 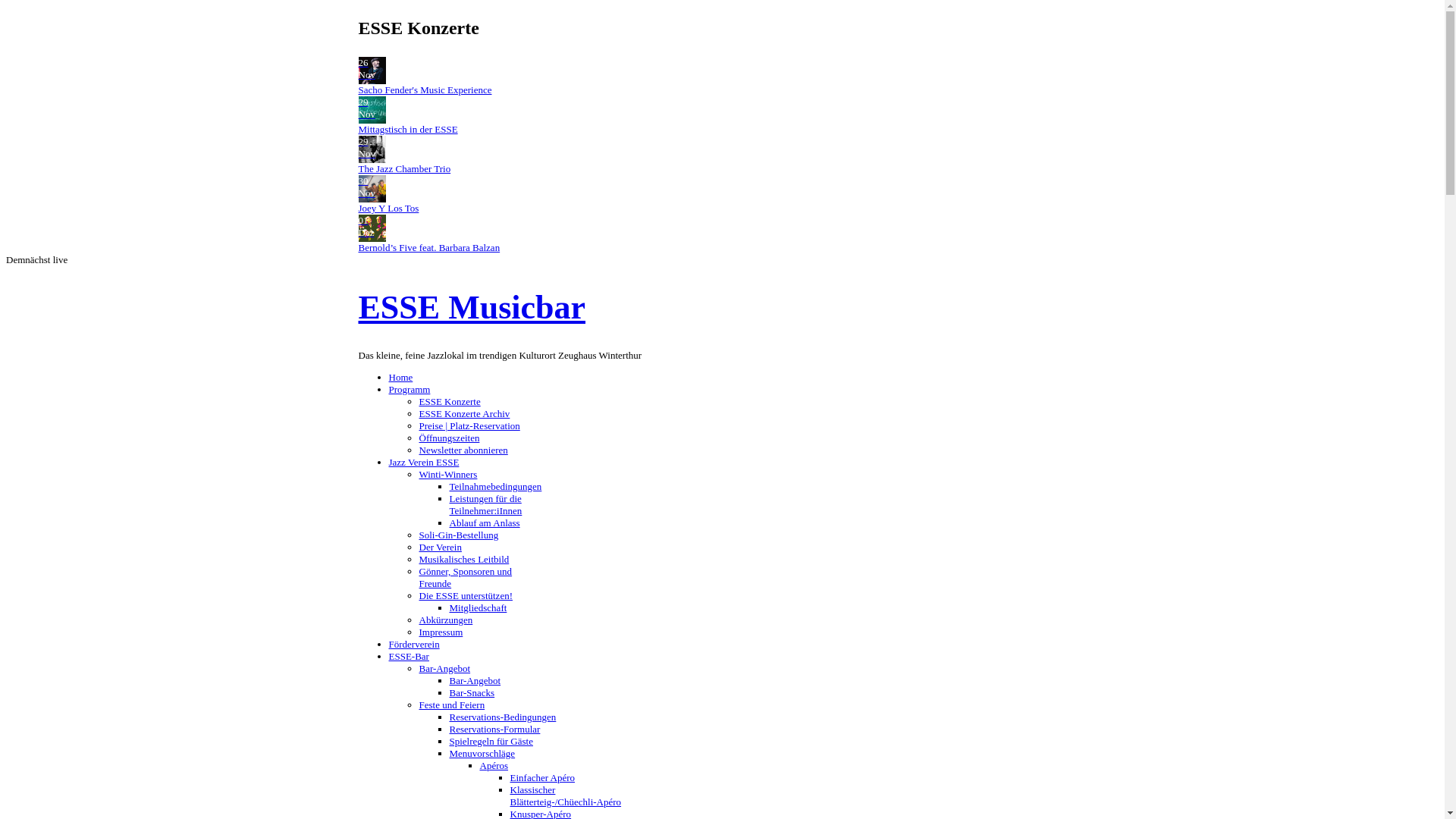 What do you see at coordinates (494, 728) in the screenshot?
I see `'Reservations-Formular'` at bounding box center [494, 728].